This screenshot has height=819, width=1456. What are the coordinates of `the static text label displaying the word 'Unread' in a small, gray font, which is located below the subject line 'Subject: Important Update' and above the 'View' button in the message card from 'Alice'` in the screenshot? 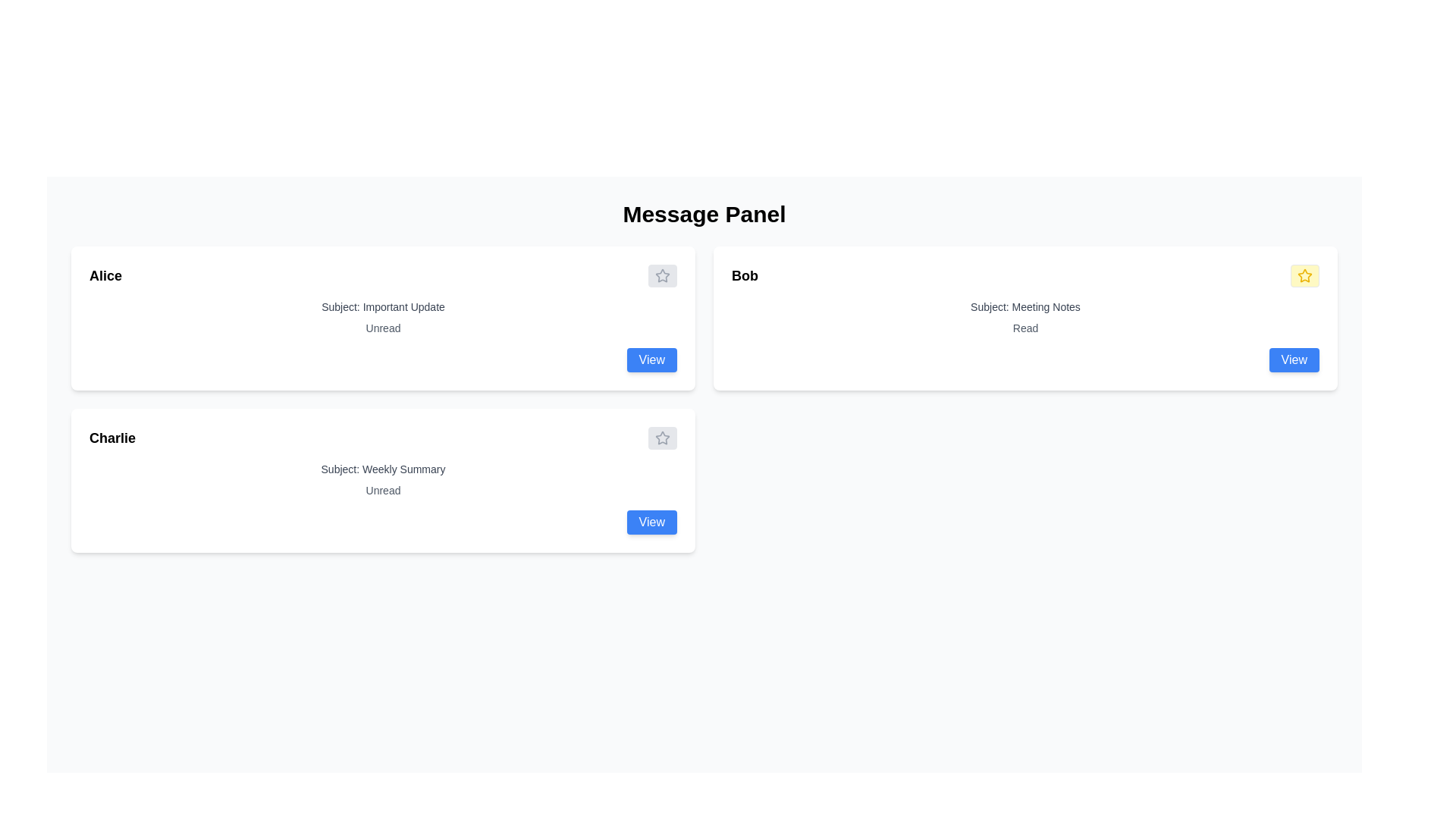 It's located at (383, 327).